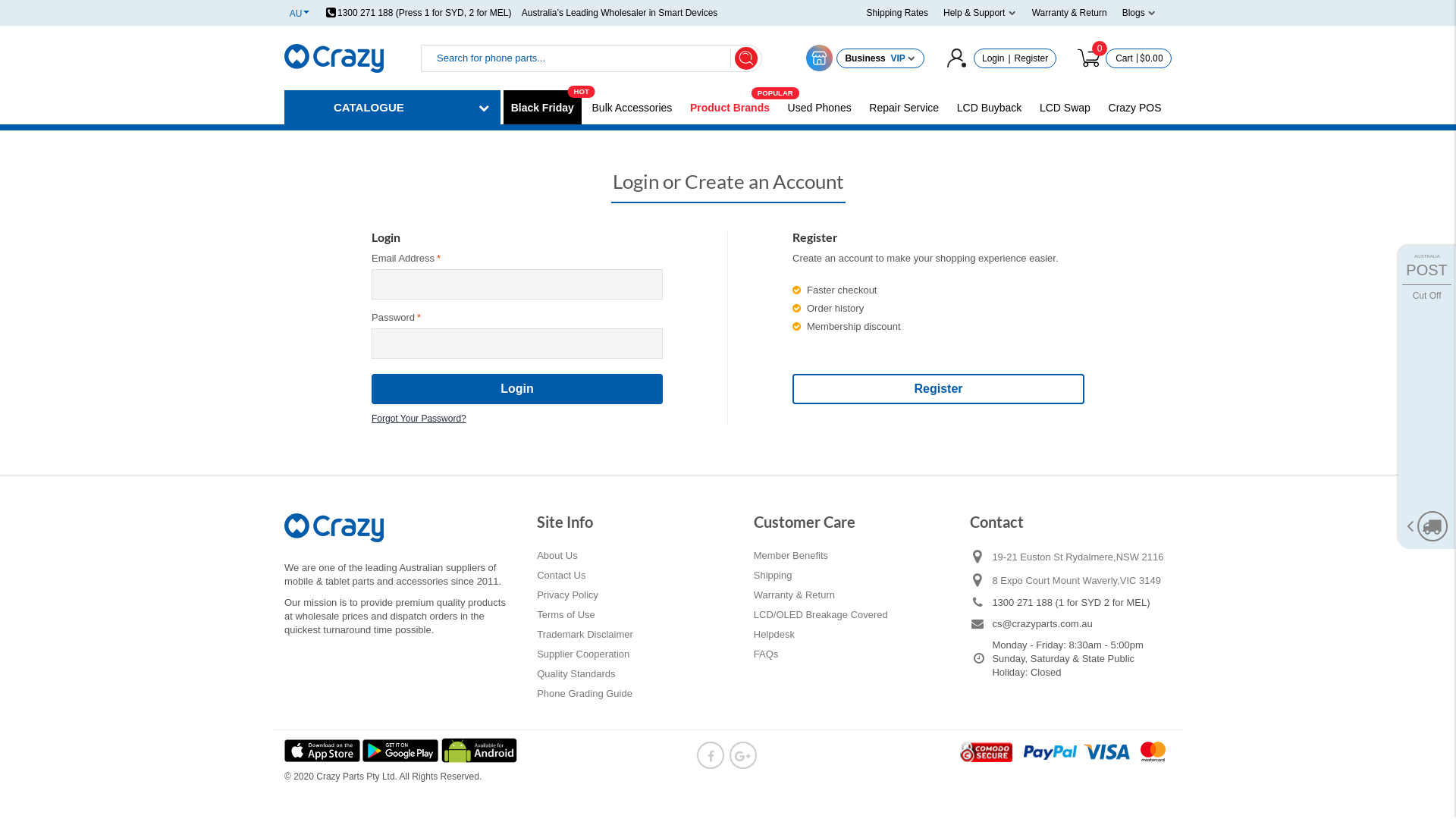 The height and width of the screenshot is (819, 1456). What do you see at coordinates (1064, 107) in the screenshot?
I see `'LCD Swap'` at bounding box center [1064, 107].